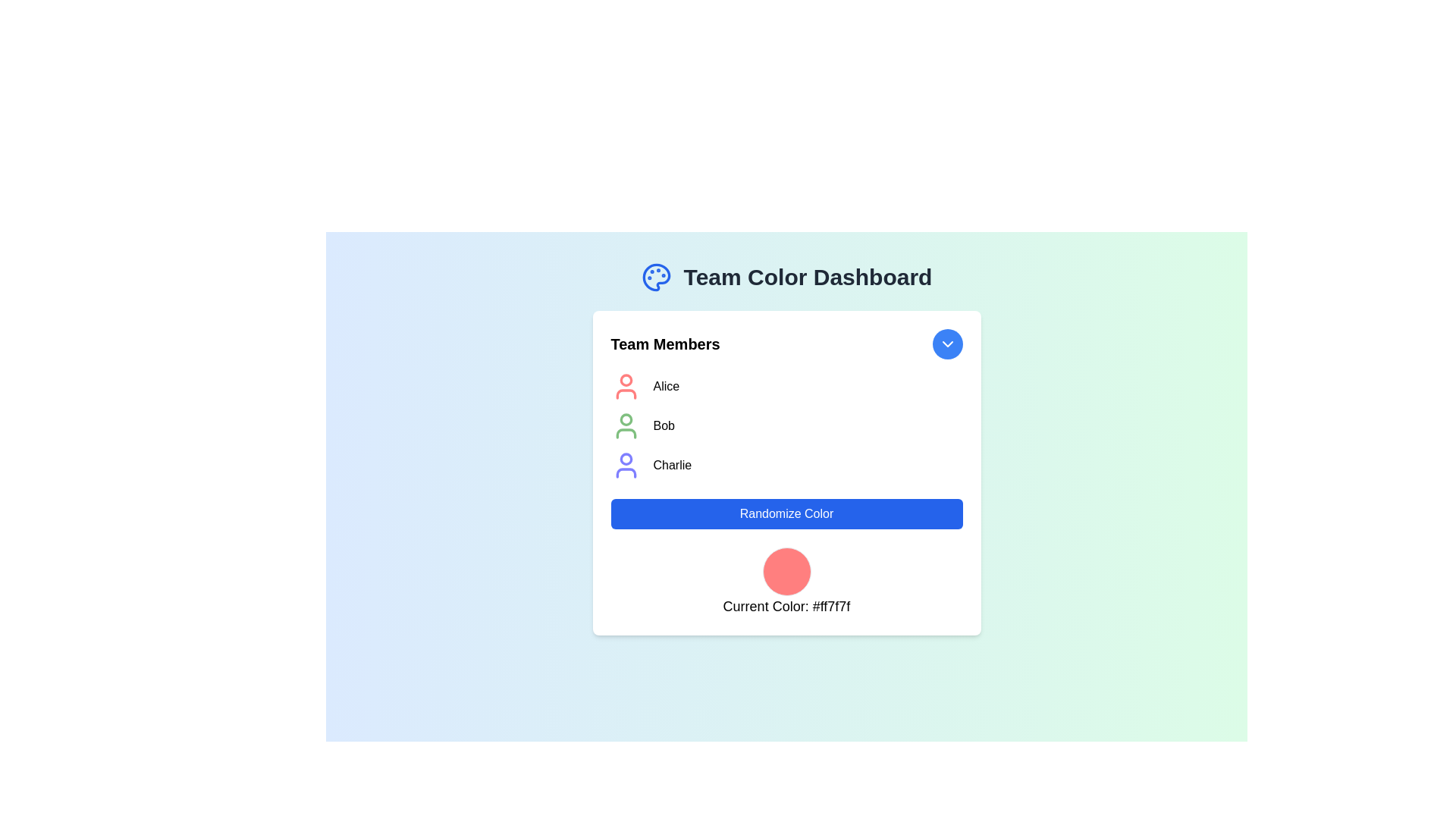 The image size is (1456, 819). I want to click on the upward chevron icon with a blue circular background located at the top-right corner of the 'Team Color Dashboard' card, so click(946, 344).